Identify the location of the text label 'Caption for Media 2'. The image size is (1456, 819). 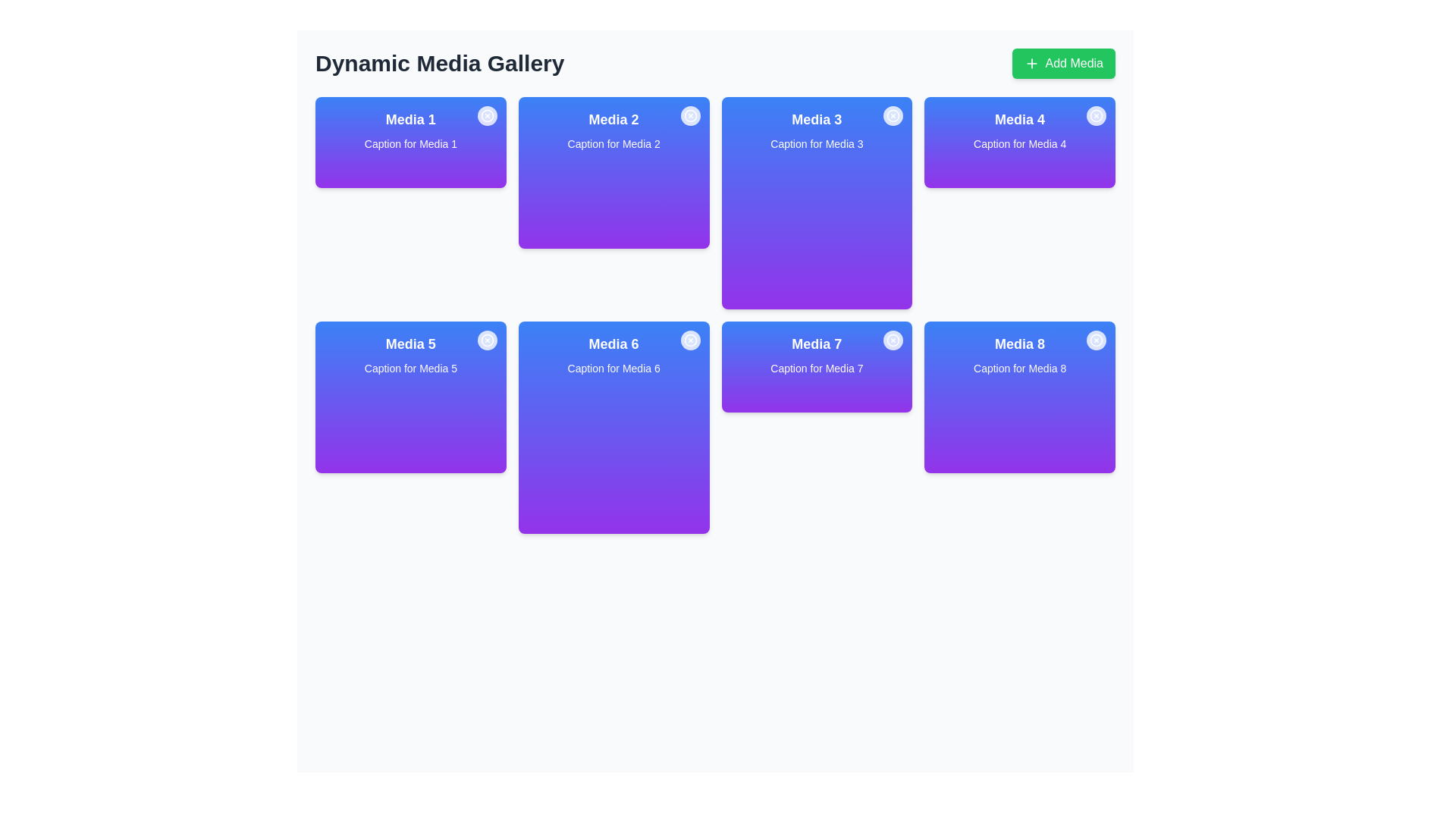
(613, 143).